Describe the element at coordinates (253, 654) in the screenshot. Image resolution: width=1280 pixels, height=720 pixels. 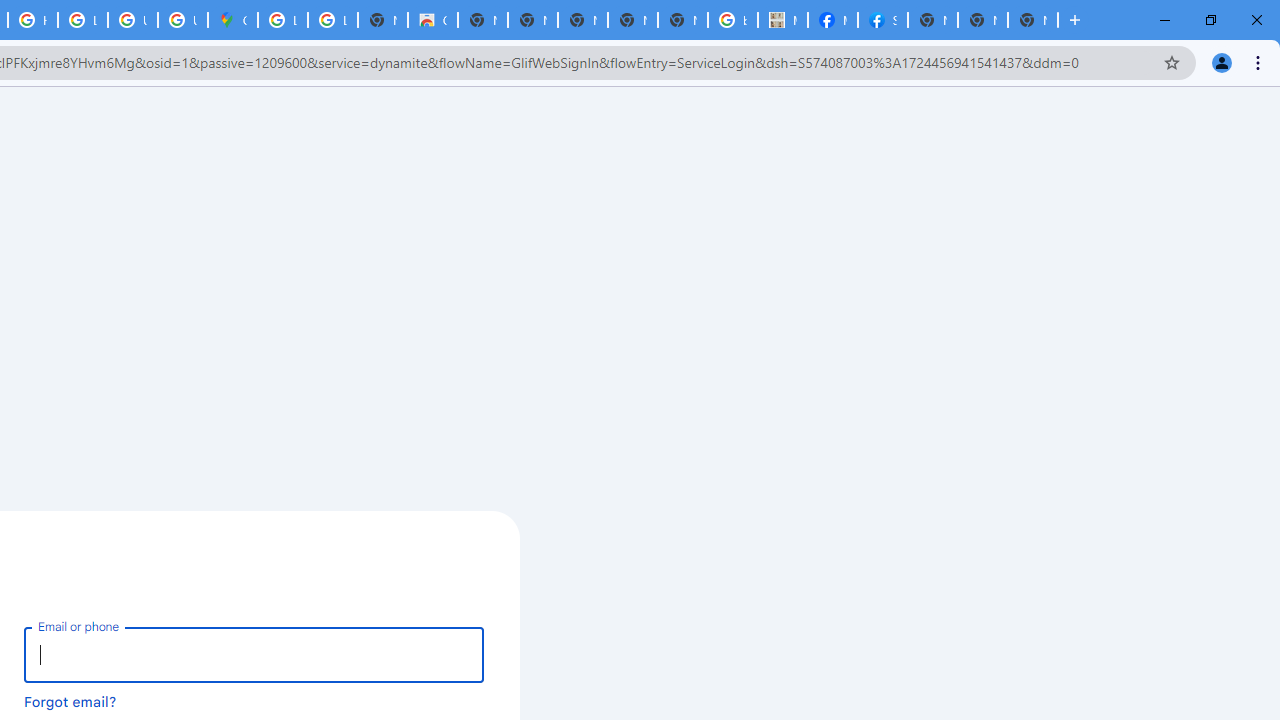
I see `'Email or phone'` at that location.